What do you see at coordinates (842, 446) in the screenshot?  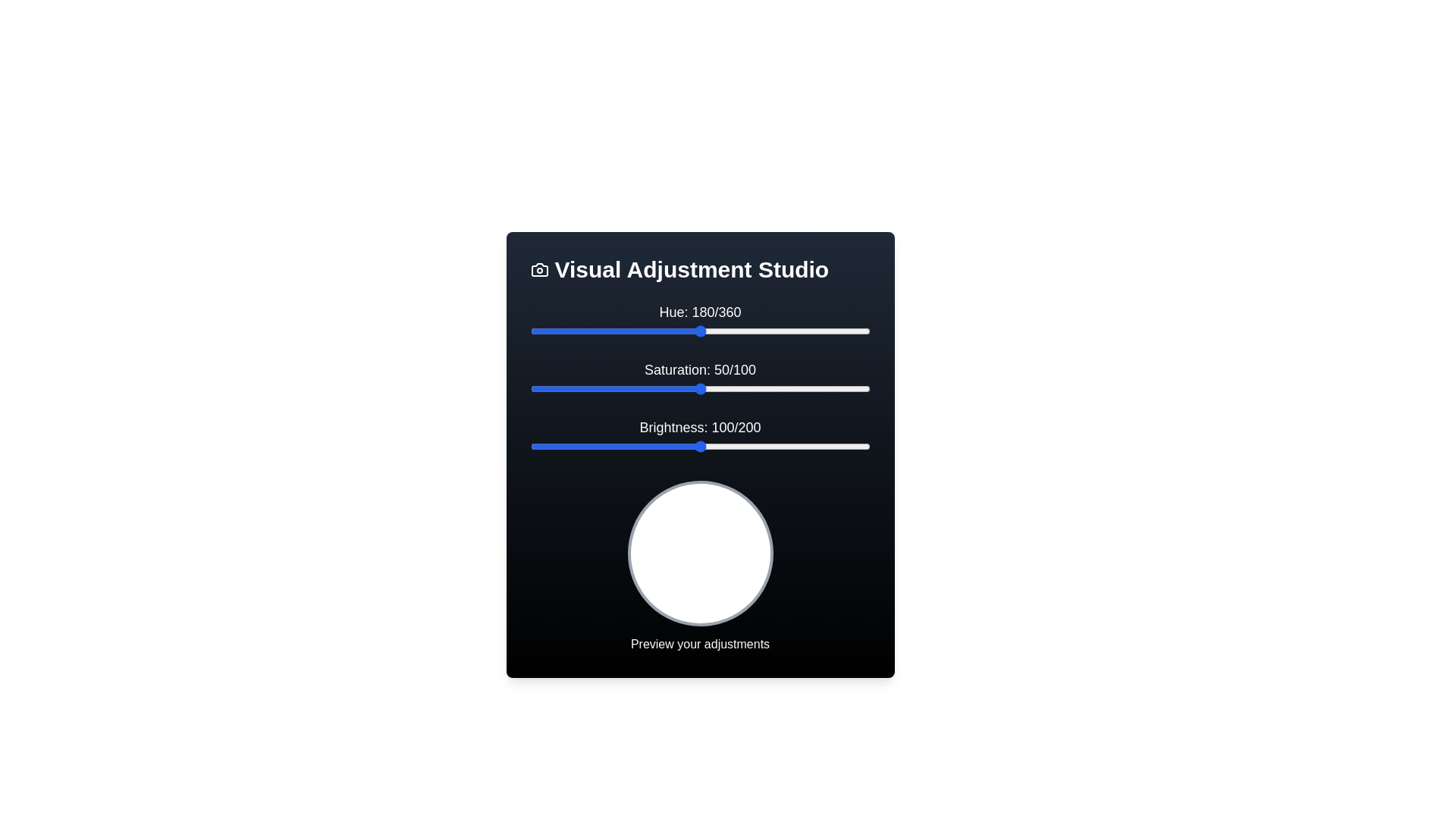 I see `the 'Brightness' slider to 184 value` at bounding box center [842, 446].